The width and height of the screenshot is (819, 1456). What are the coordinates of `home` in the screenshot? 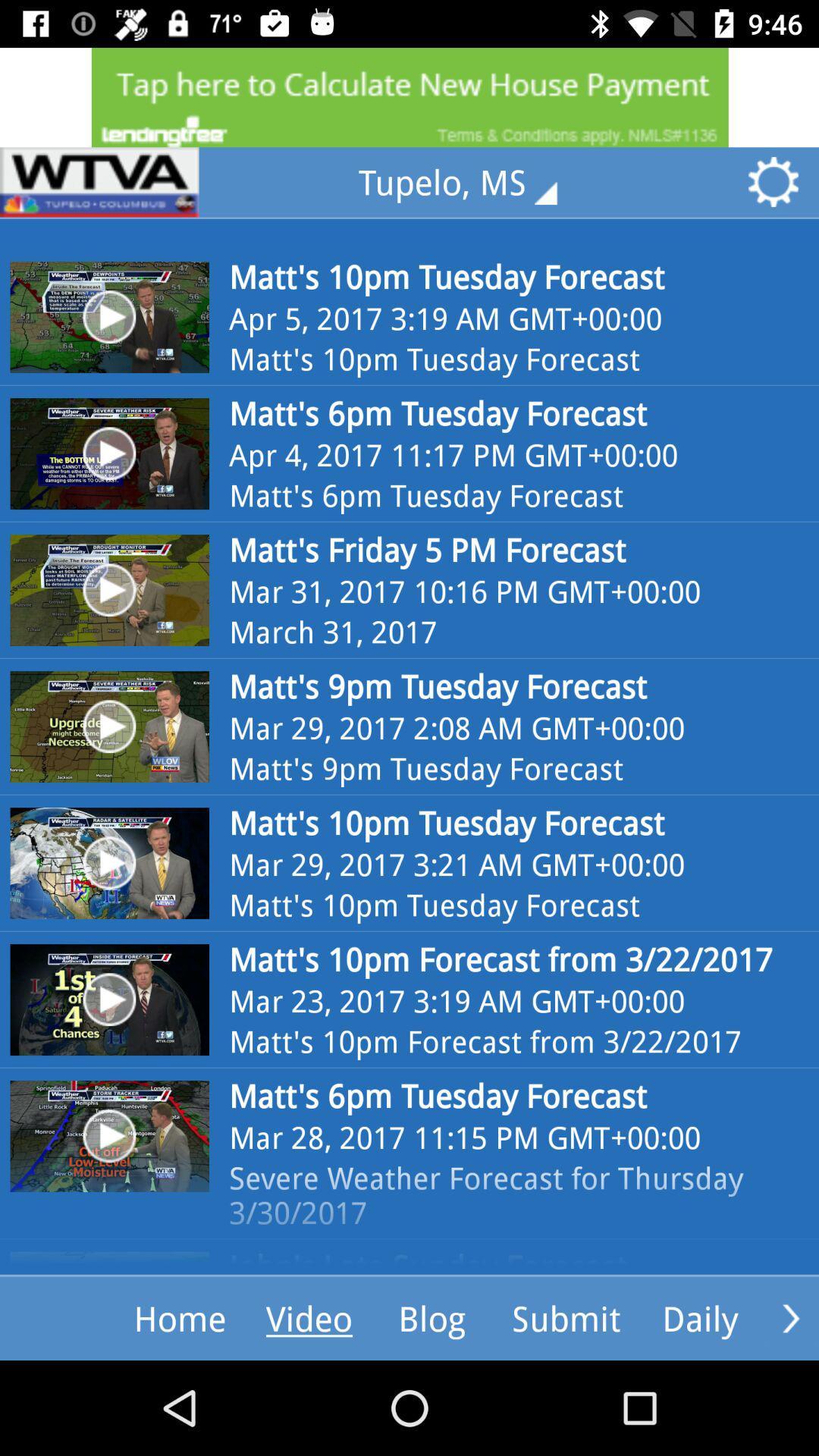 It's located at (99, 182).